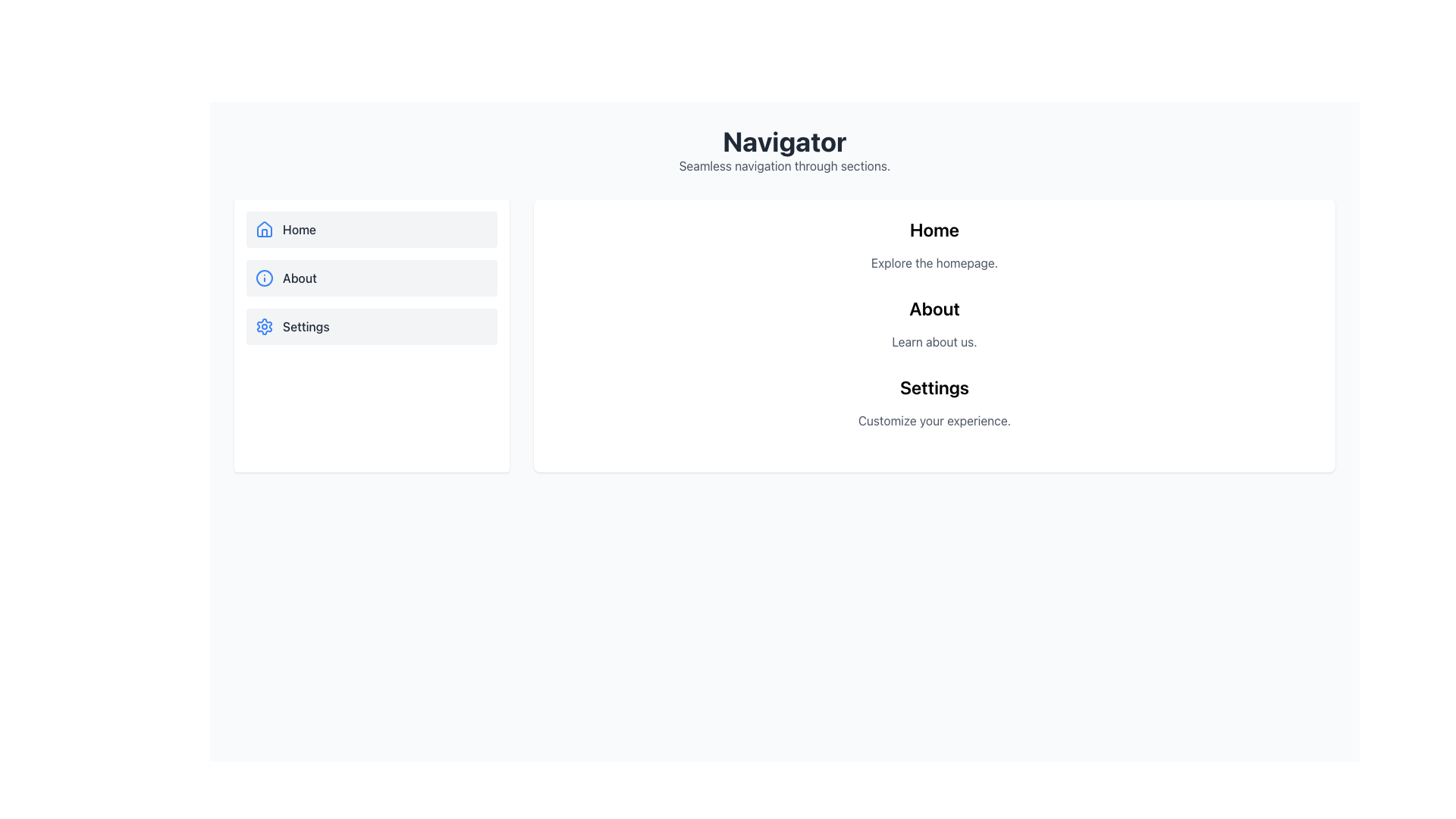 This screenshot has width=1456, height=819. What do you see at coordinates (934, 262) in the screenshot?
I see `the text label displaying 'Explore the homepage.' which is located beneath the title 'Home' in a vertically stacked layout` at bounding box center [934, 262].